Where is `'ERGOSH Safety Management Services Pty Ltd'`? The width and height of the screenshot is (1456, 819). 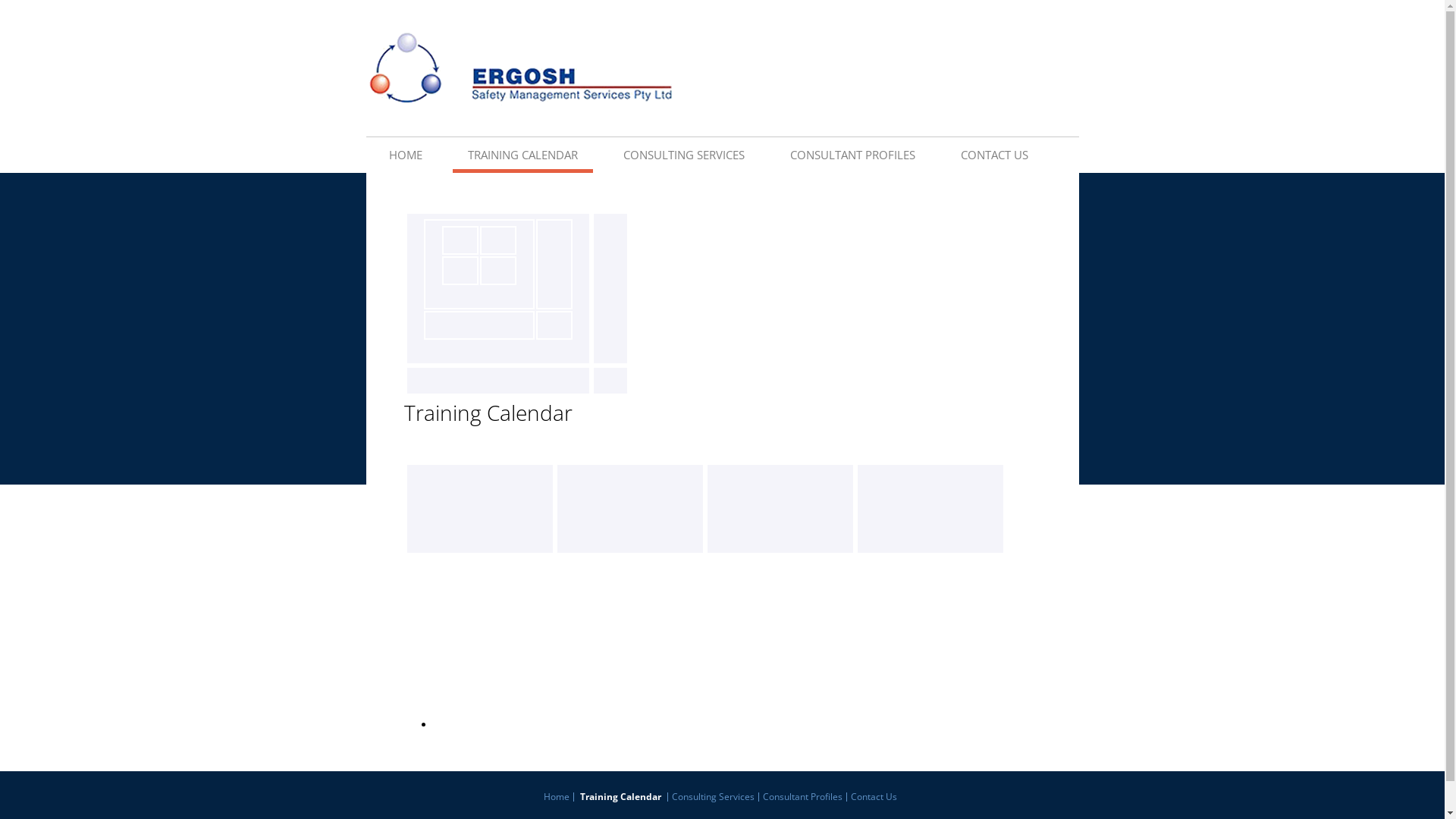
'ERGOSH Safety Management Services Pty Ltd' is located at coordinates (519, 67).